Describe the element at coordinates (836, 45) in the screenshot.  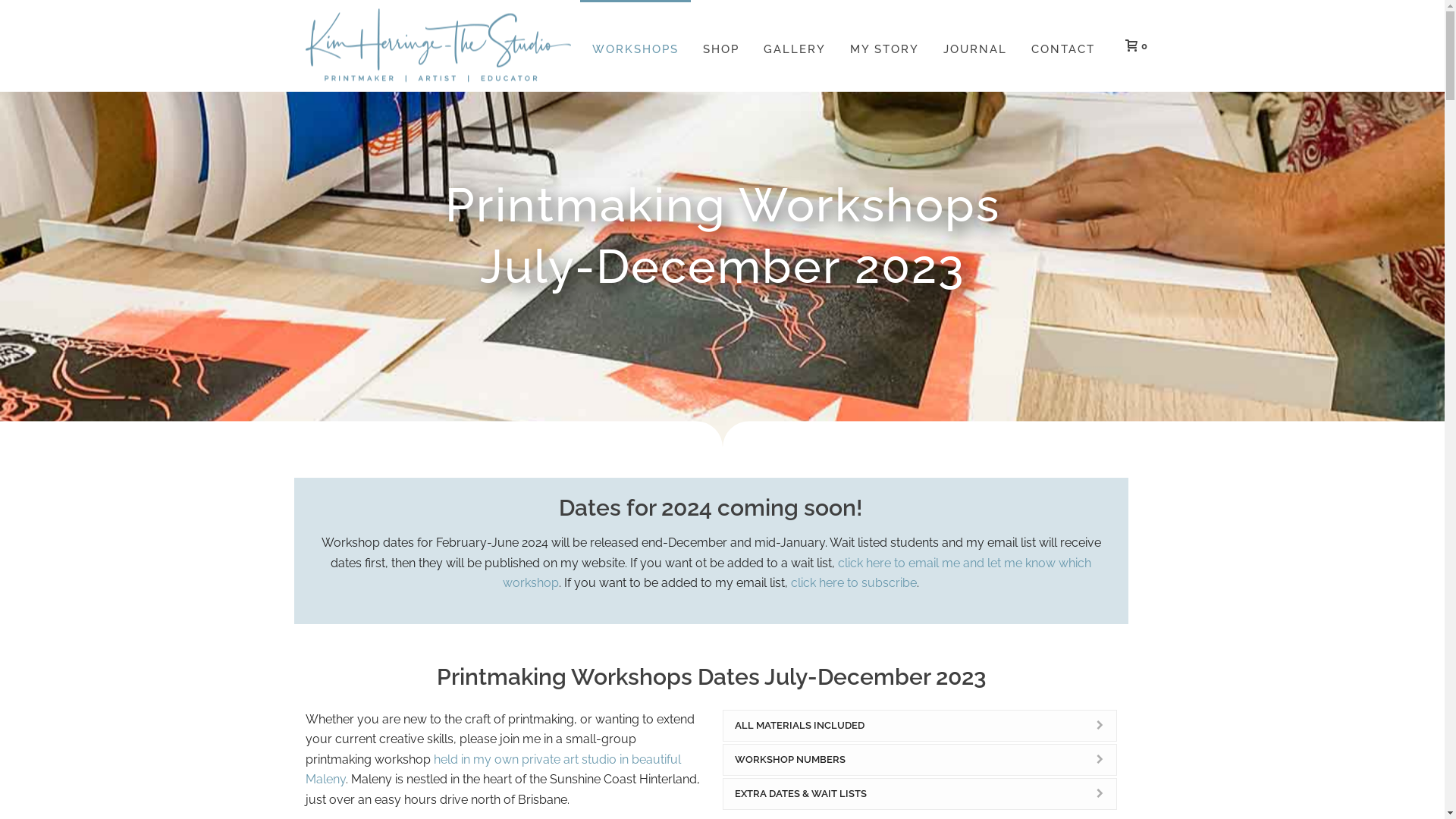
I see `'MY STORY'` at that location.